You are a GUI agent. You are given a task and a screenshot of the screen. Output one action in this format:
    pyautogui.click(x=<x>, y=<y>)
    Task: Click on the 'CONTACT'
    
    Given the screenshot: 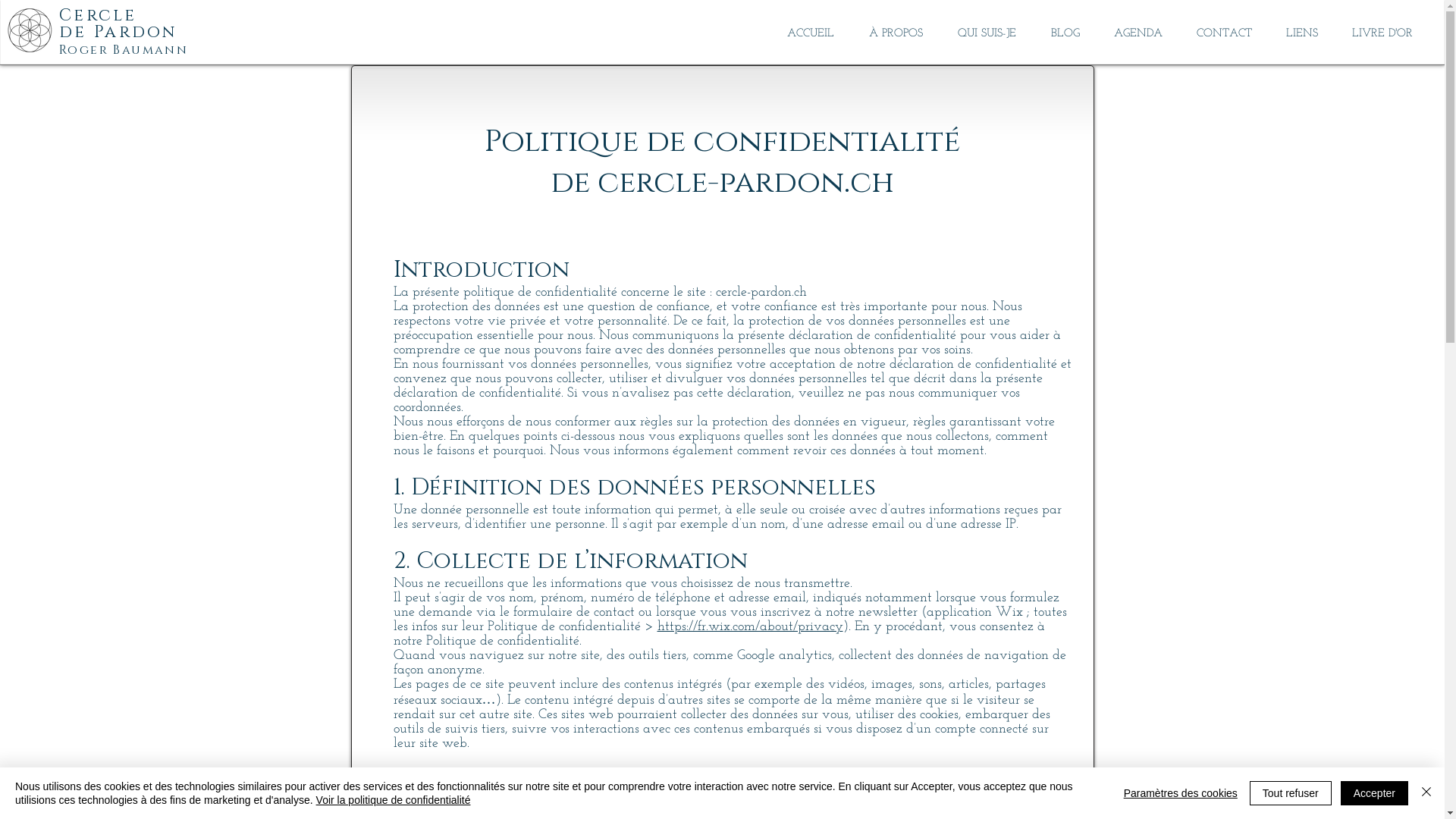 What is the action you would take?
    pyautogui.click(x=1223, y=33)
    